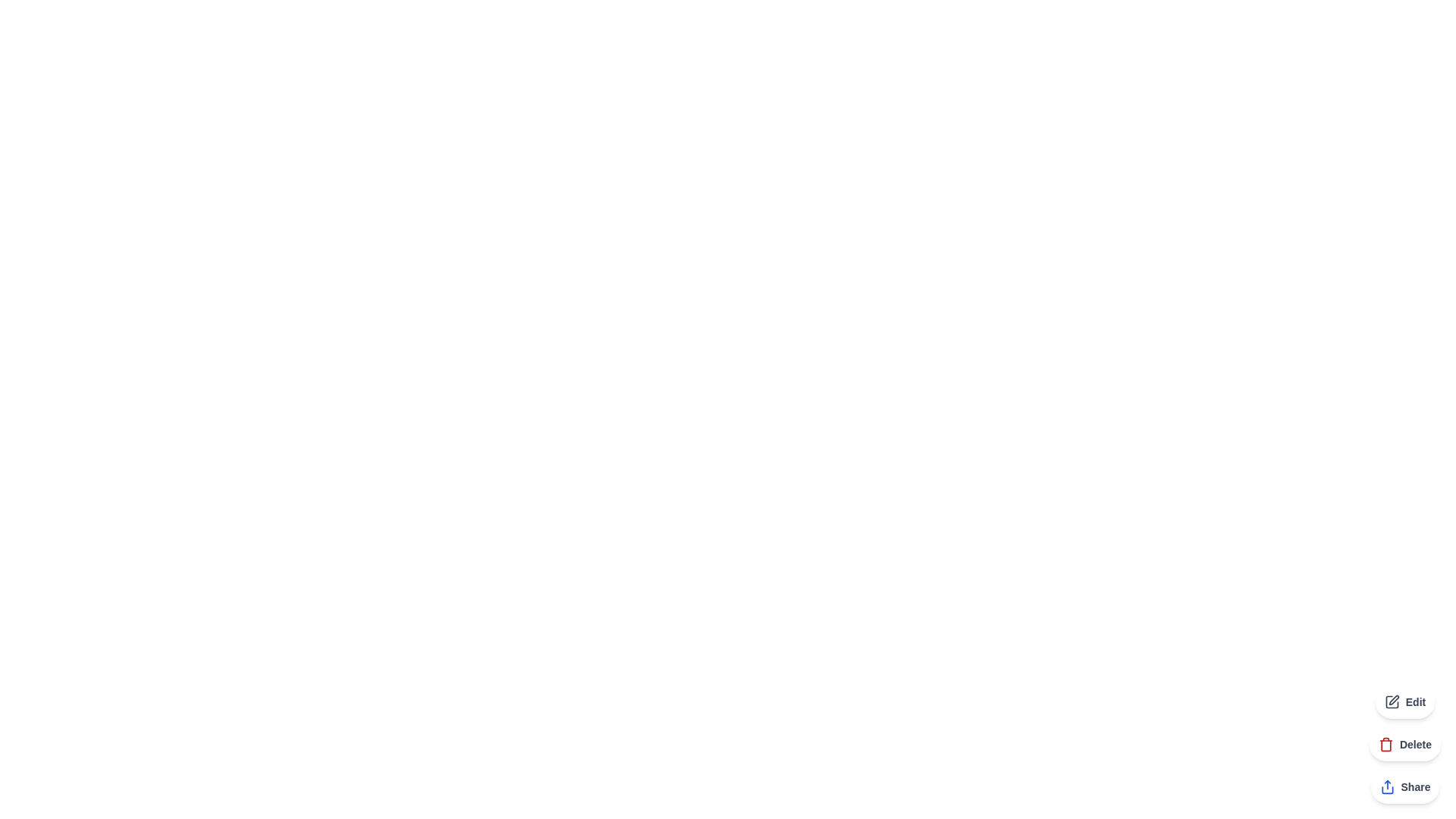  I want to click on the share icon located in the rounded button group at the bottom-right corner of the interface, so click(1387, 786).